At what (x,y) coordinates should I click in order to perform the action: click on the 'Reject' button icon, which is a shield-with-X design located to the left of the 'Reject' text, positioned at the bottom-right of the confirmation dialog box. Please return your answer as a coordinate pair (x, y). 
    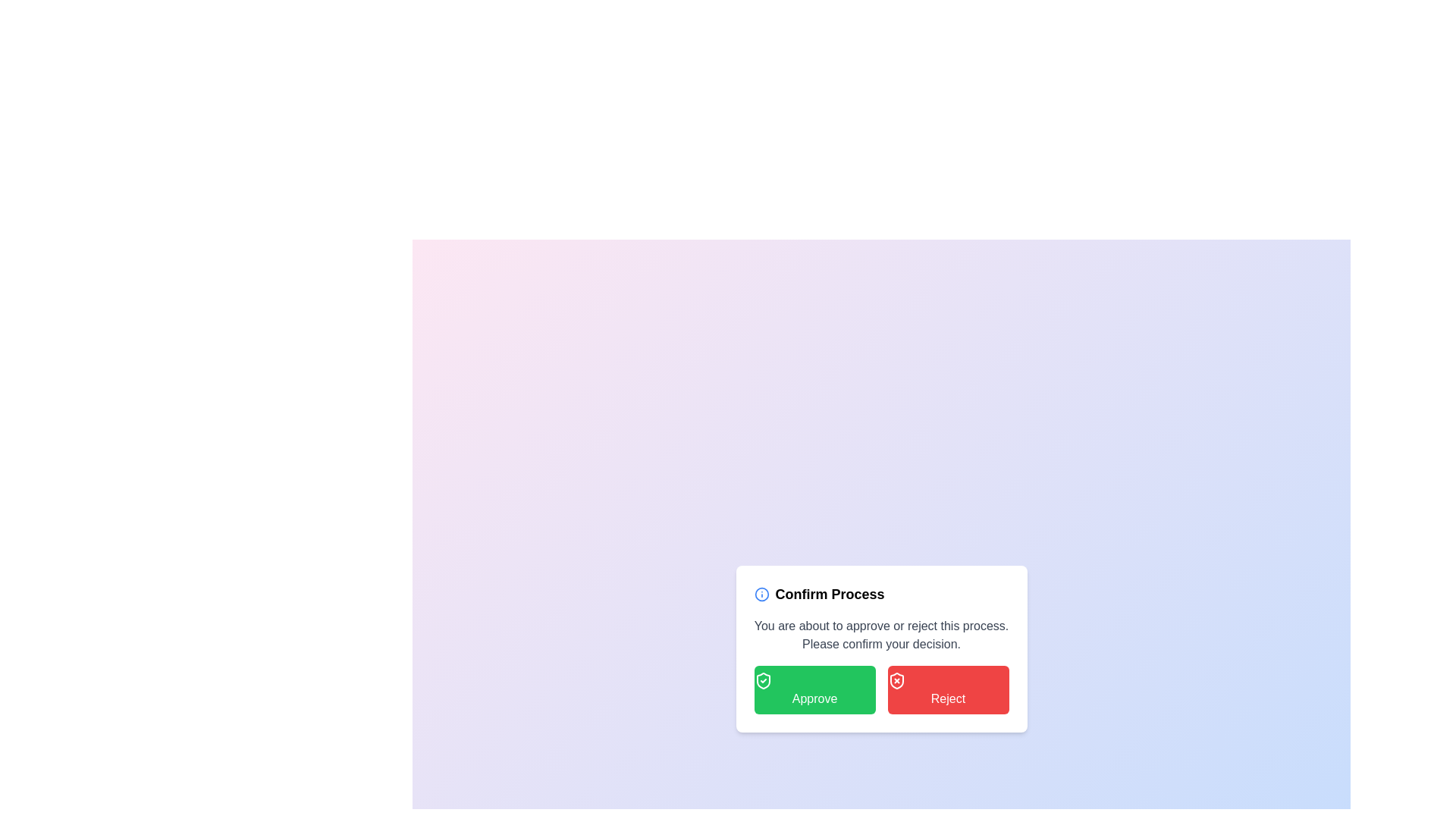
    Looking at the image, I should click on (896, 680).